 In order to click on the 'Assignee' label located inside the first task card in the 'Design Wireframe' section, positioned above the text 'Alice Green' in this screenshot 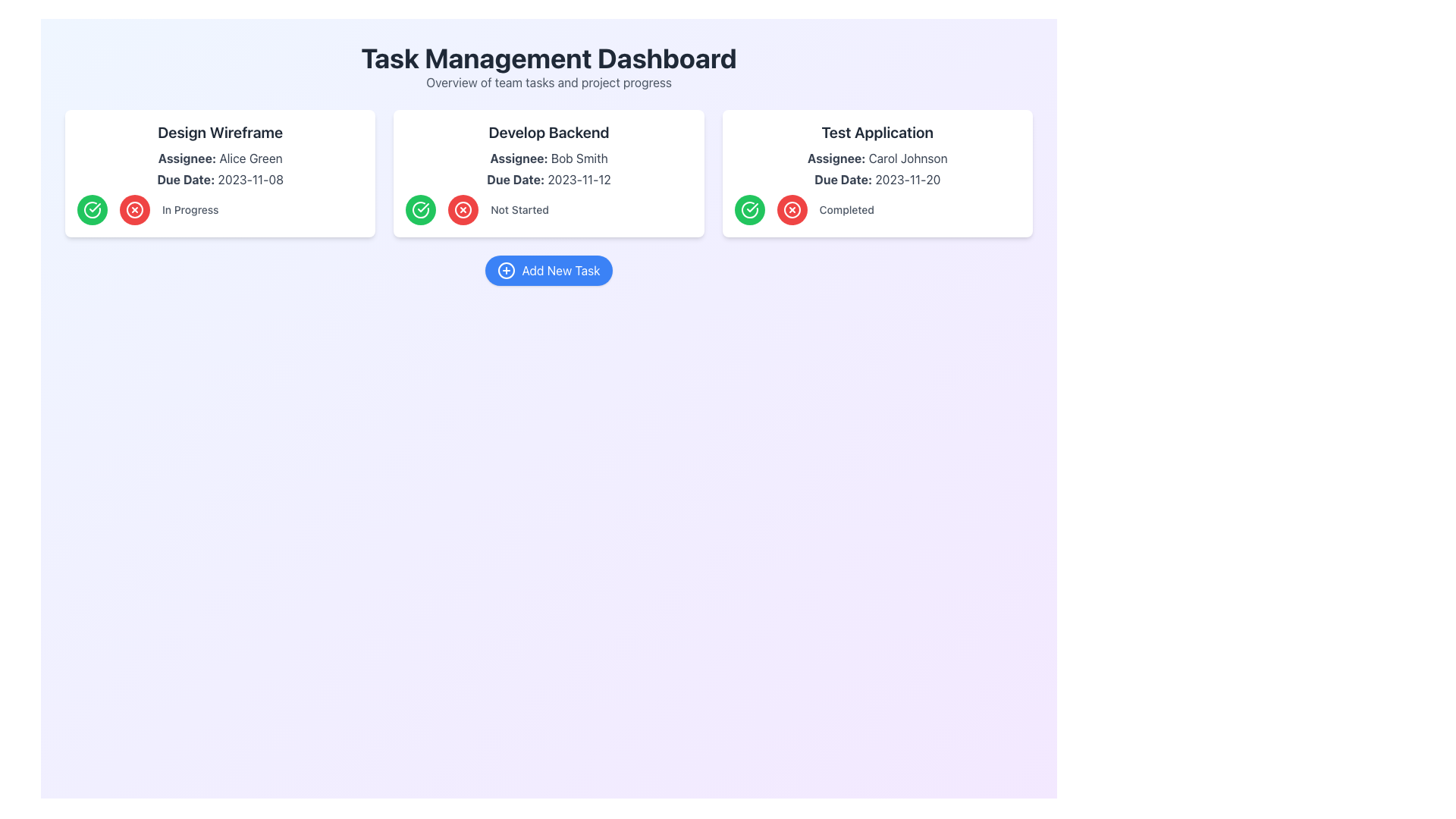, I will do `click(186, 158)`.